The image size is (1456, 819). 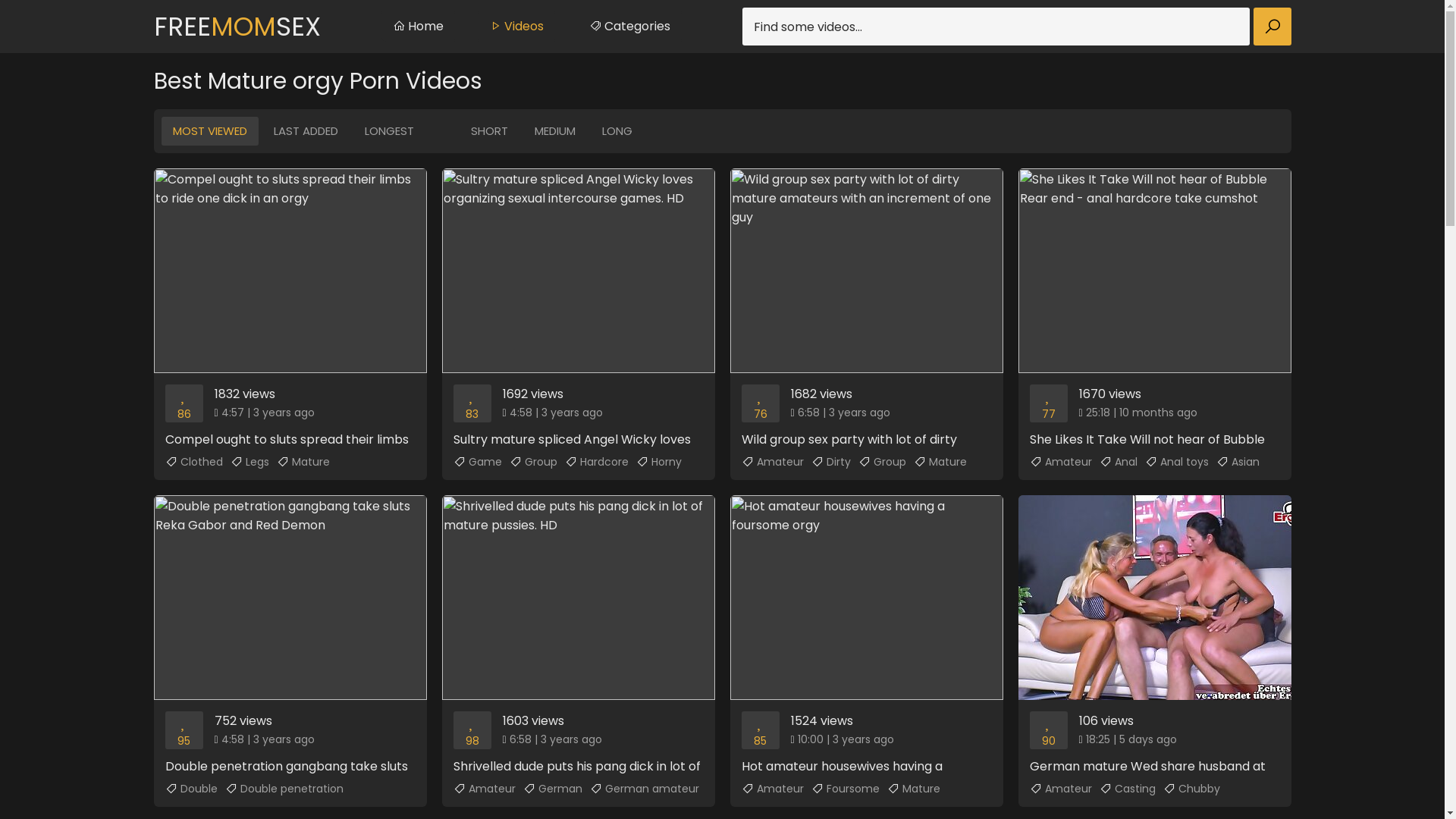 What do you see at coordinates (389, 130) in the screenshot?
I see `'LONGEST'` at bounding box center [389, 130].